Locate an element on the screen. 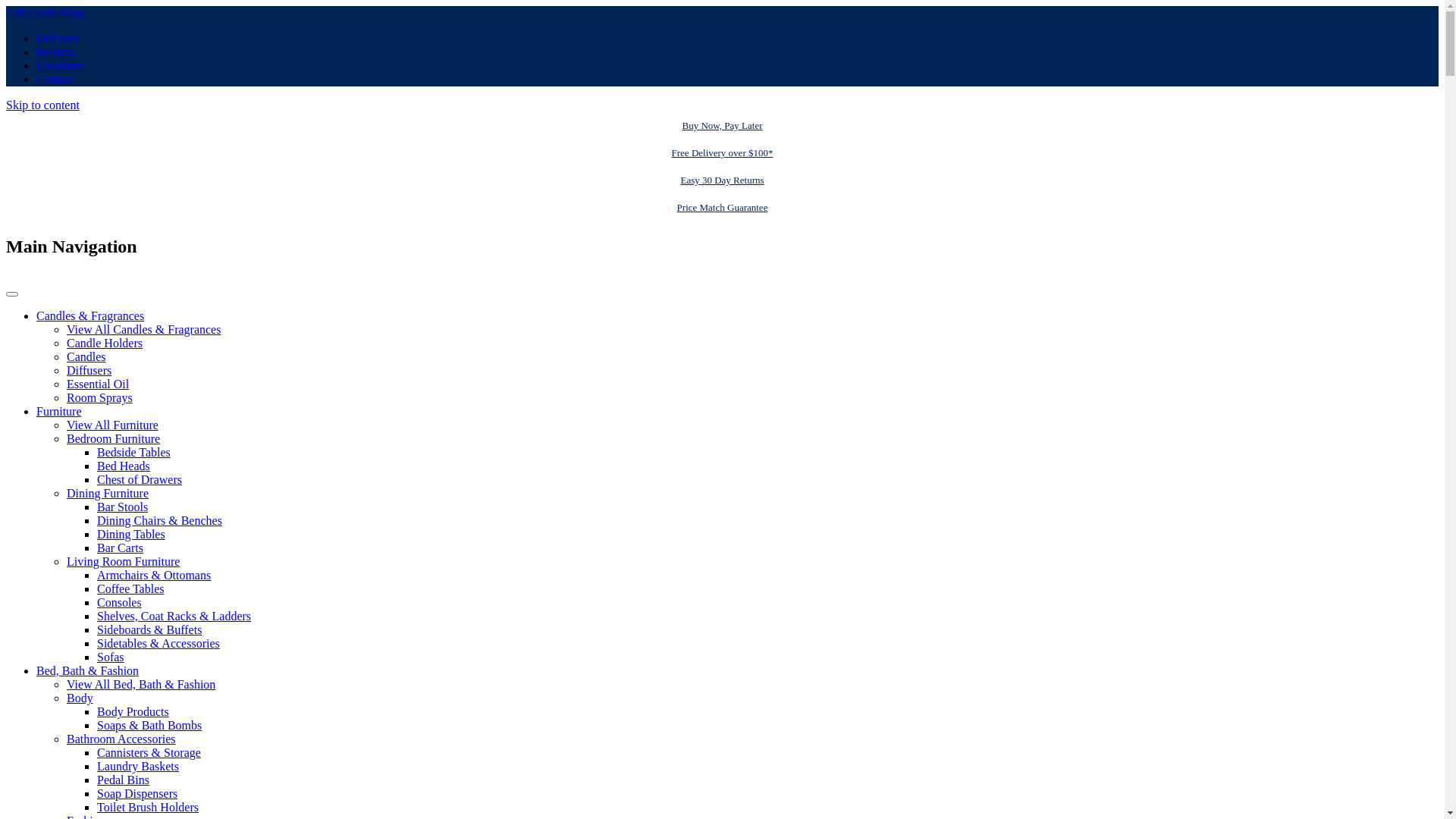 The width and height of the screenshot is (1456, 819). 'Consoles' is located at coordinates (118, 601).